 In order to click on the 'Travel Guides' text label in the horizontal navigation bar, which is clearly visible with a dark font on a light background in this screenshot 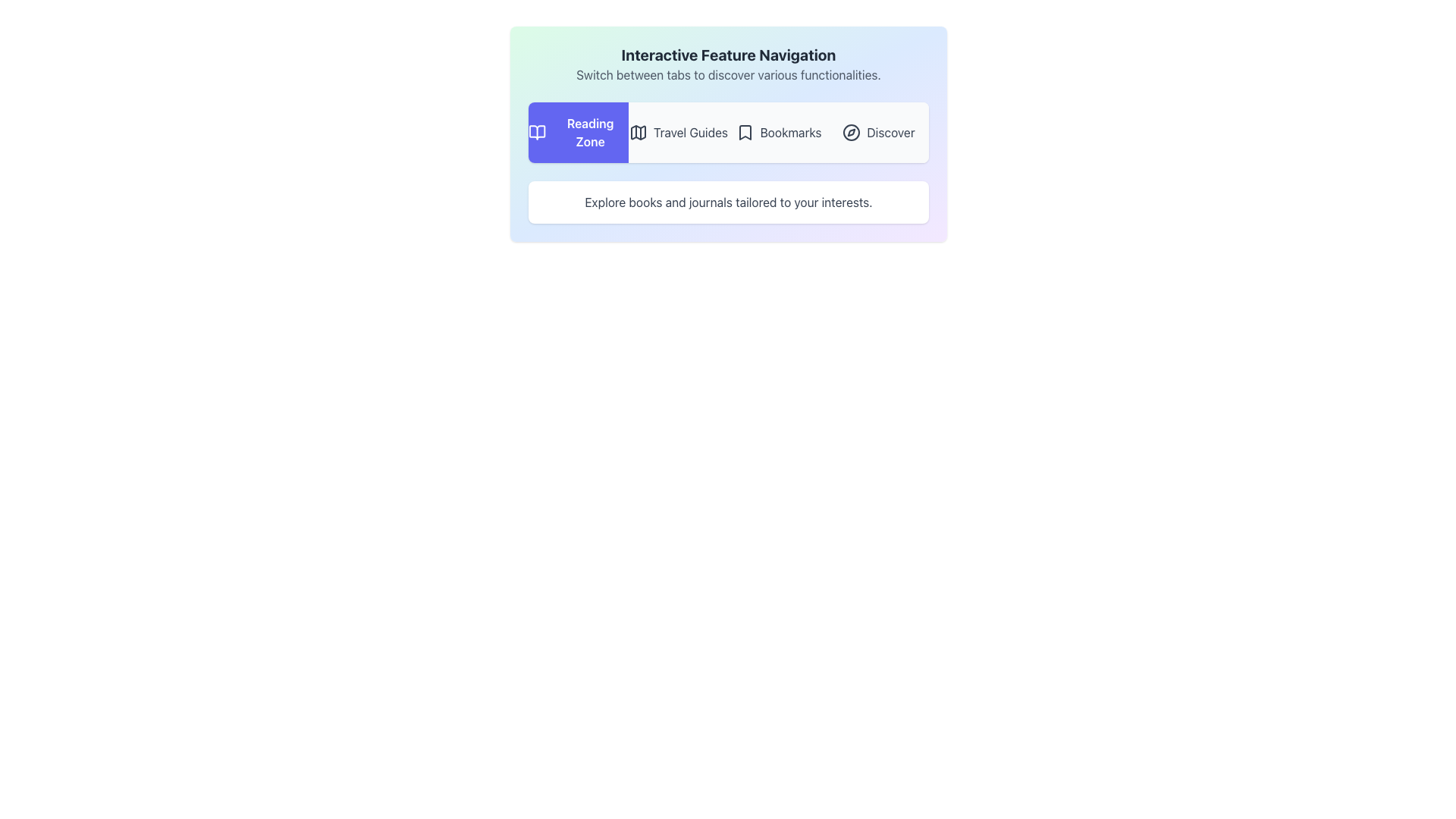, I will do `click(690, 131)`.